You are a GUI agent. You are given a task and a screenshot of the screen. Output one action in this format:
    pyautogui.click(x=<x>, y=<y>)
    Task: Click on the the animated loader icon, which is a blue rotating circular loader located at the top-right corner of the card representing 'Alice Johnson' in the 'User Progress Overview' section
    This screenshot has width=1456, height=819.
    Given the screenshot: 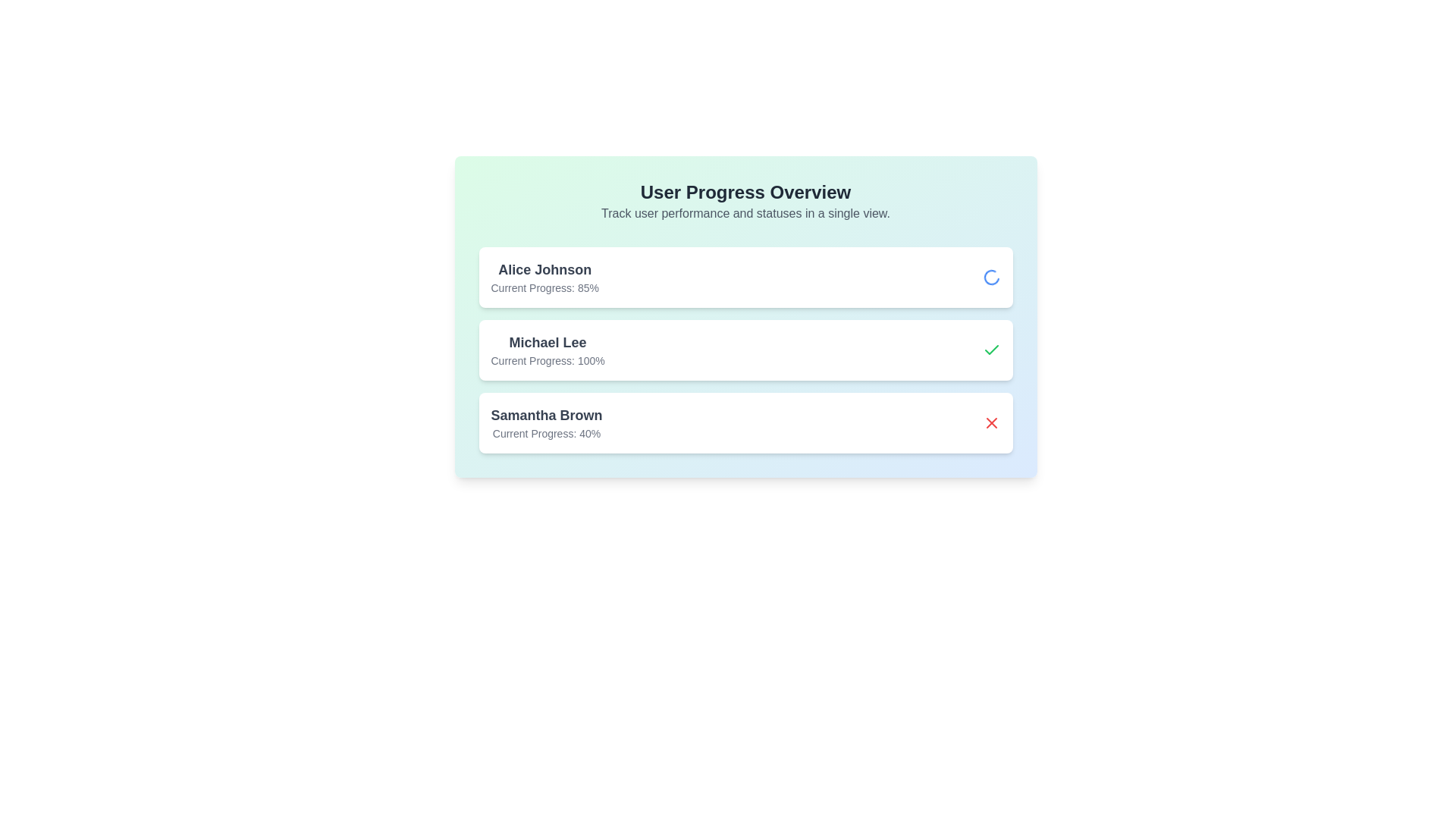 What is the action you would take?
    pyautogui.click(x=991, y=278)
    